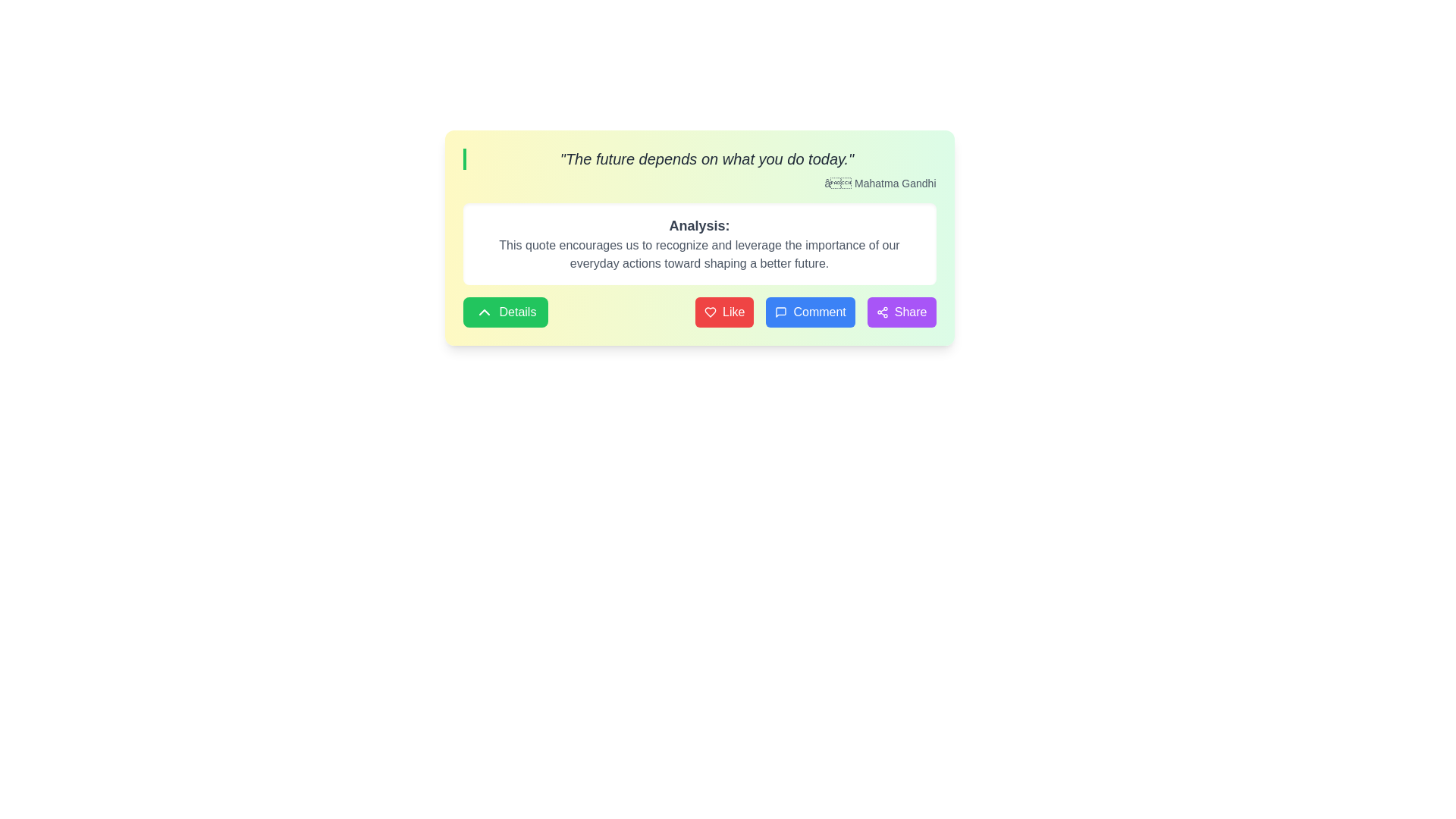 The image size is (1456, 819). Describe the element at coordinates (483, 312) in the screenshot. I see `the chevron-up icon located to the left of the 'Details' label within the green rounded rectangular button` at that location.